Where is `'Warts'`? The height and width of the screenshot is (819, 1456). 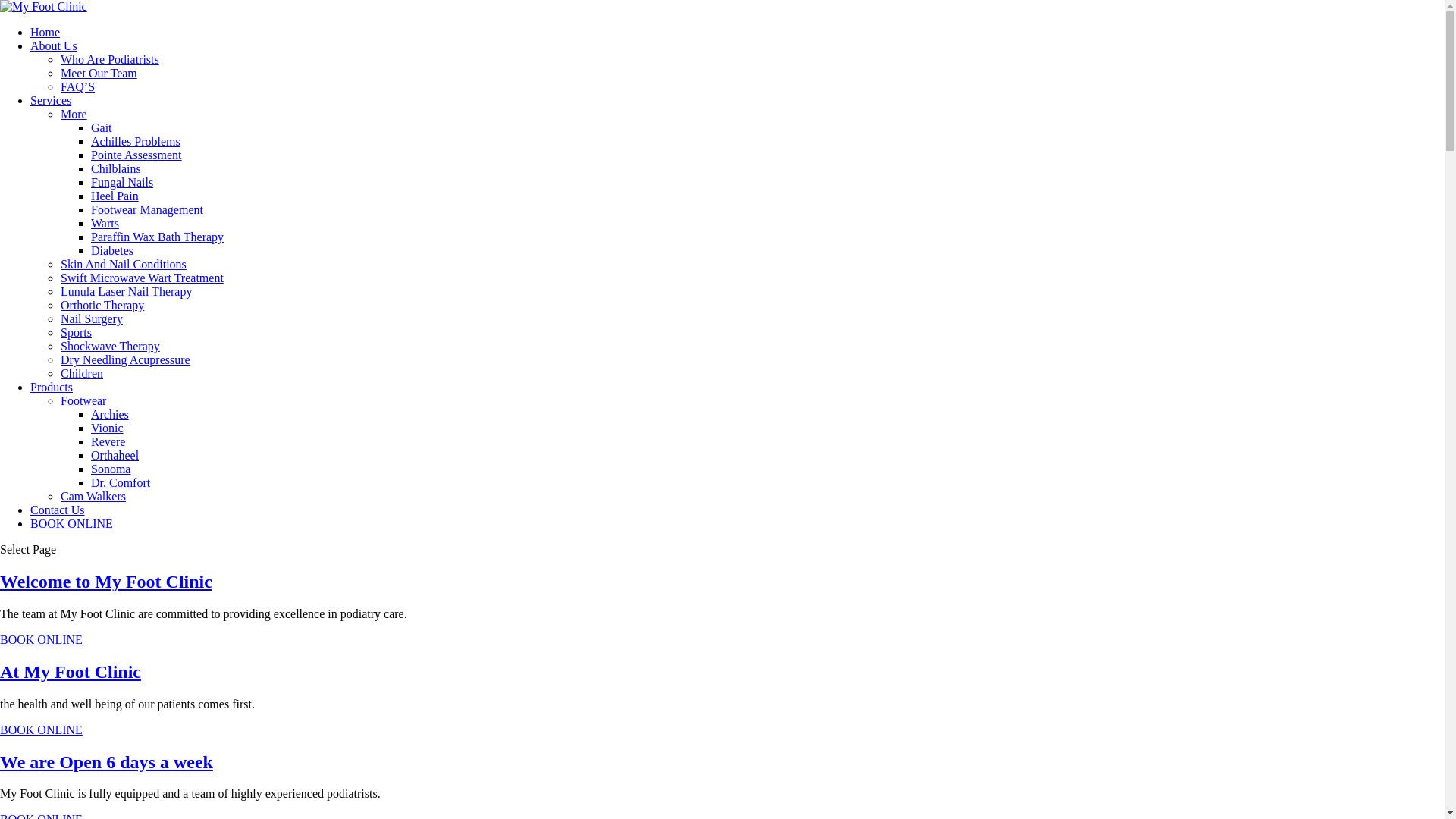
'Warts' is located at coordinates (104, 223).